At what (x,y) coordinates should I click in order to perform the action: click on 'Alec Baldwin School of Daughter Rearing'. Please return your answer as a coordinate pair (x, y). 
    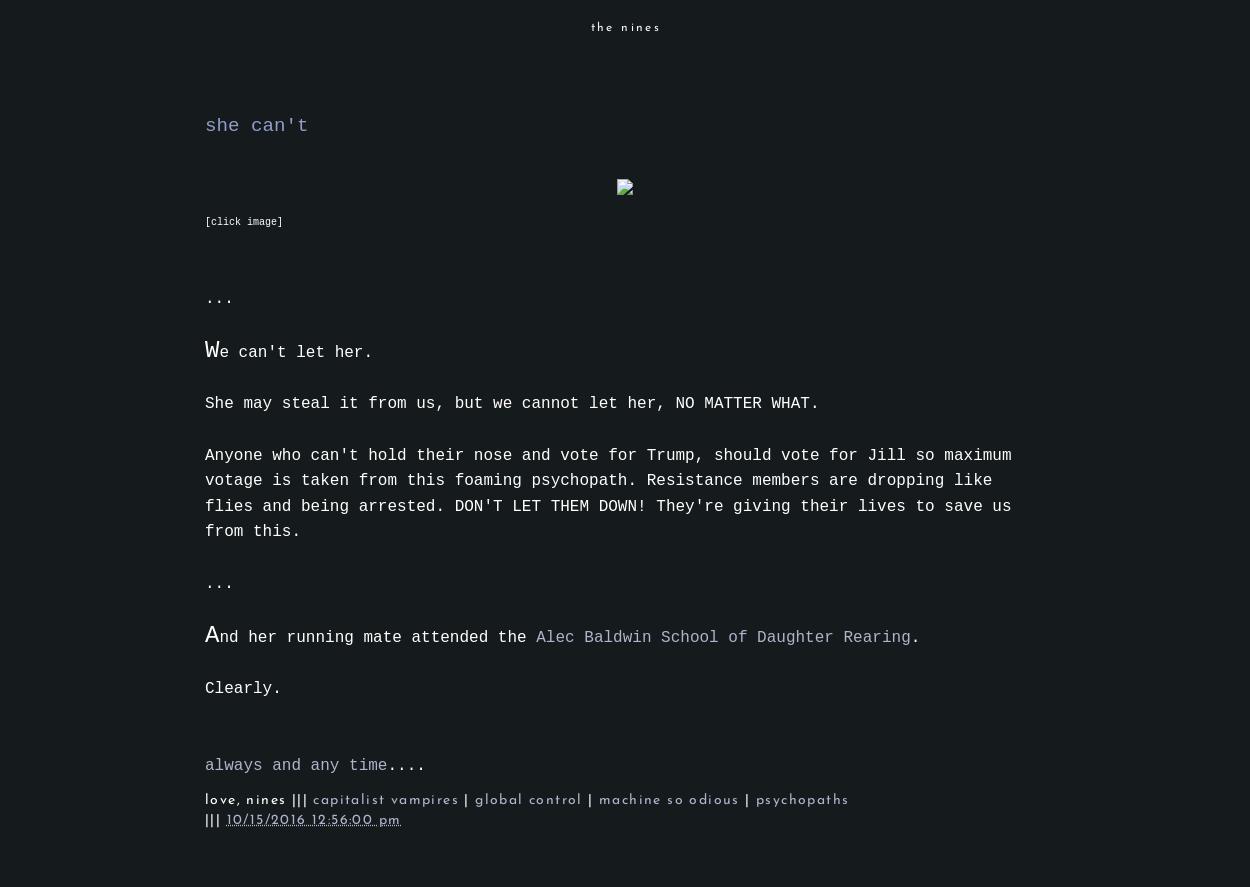
    Looking at the image, I should click on (536, 637).